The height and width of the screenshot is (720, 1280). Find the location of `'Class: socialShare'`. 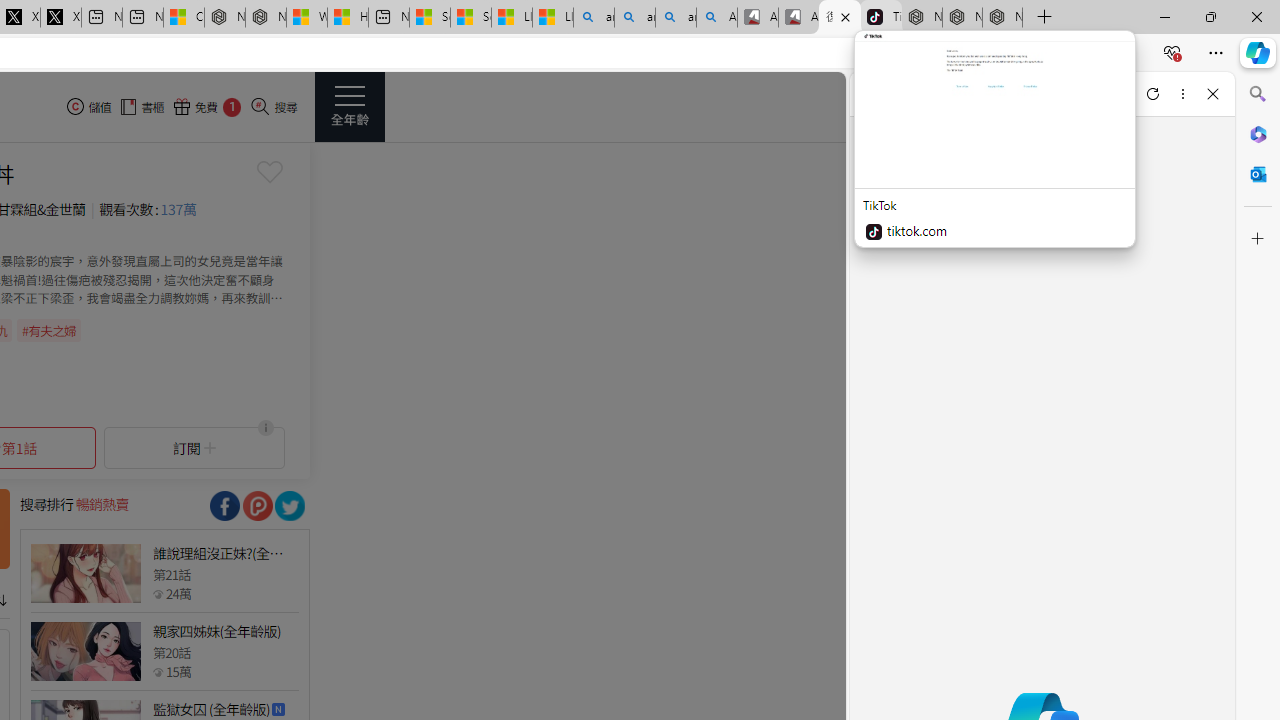

'Class: socialShare' is located at coordinates (288, 505).